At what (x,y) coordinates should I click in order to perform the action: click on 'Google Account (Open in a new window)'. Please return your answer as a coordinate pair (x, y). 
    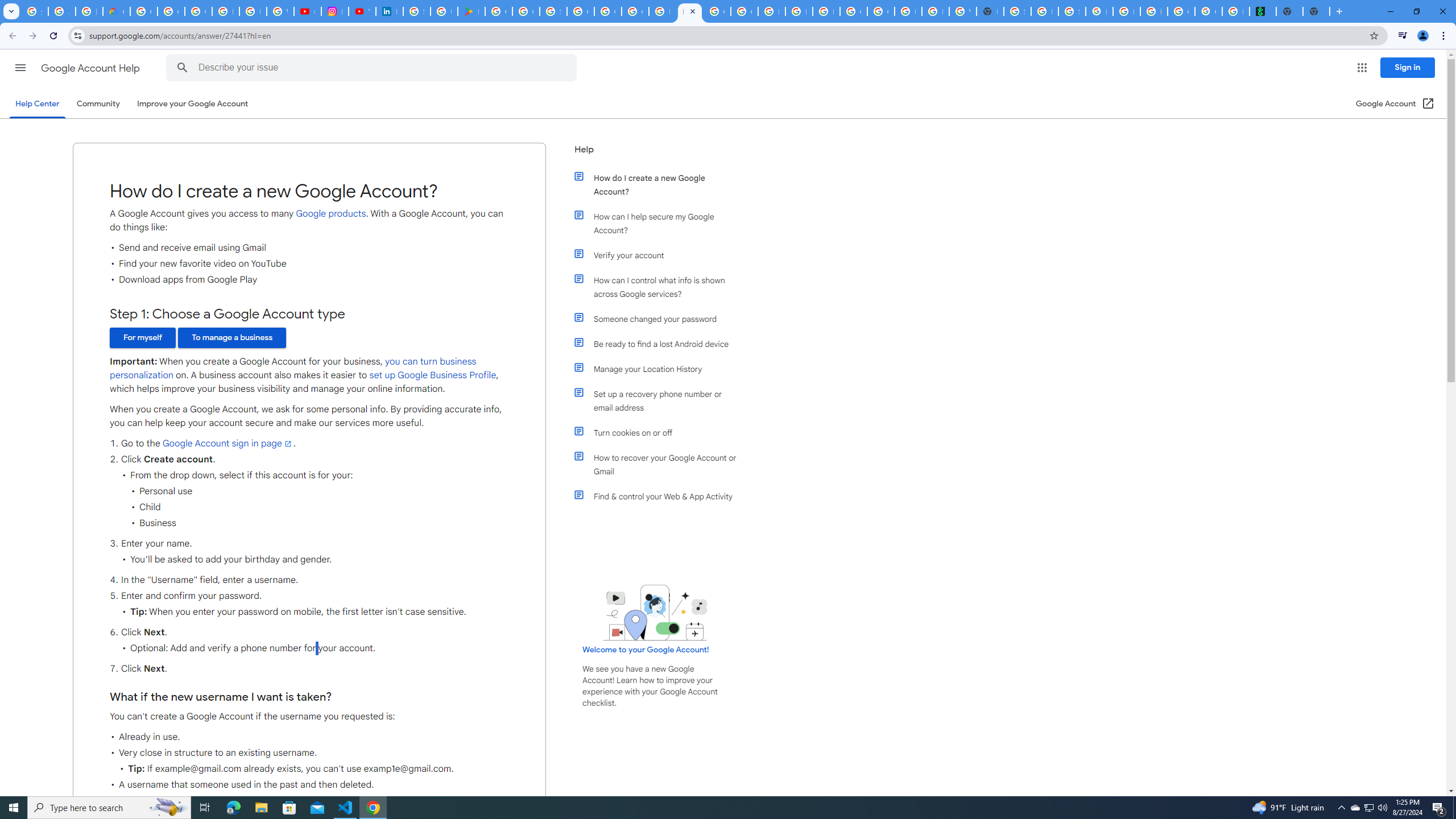
    Looking at the image, I should click on (1395, 103).